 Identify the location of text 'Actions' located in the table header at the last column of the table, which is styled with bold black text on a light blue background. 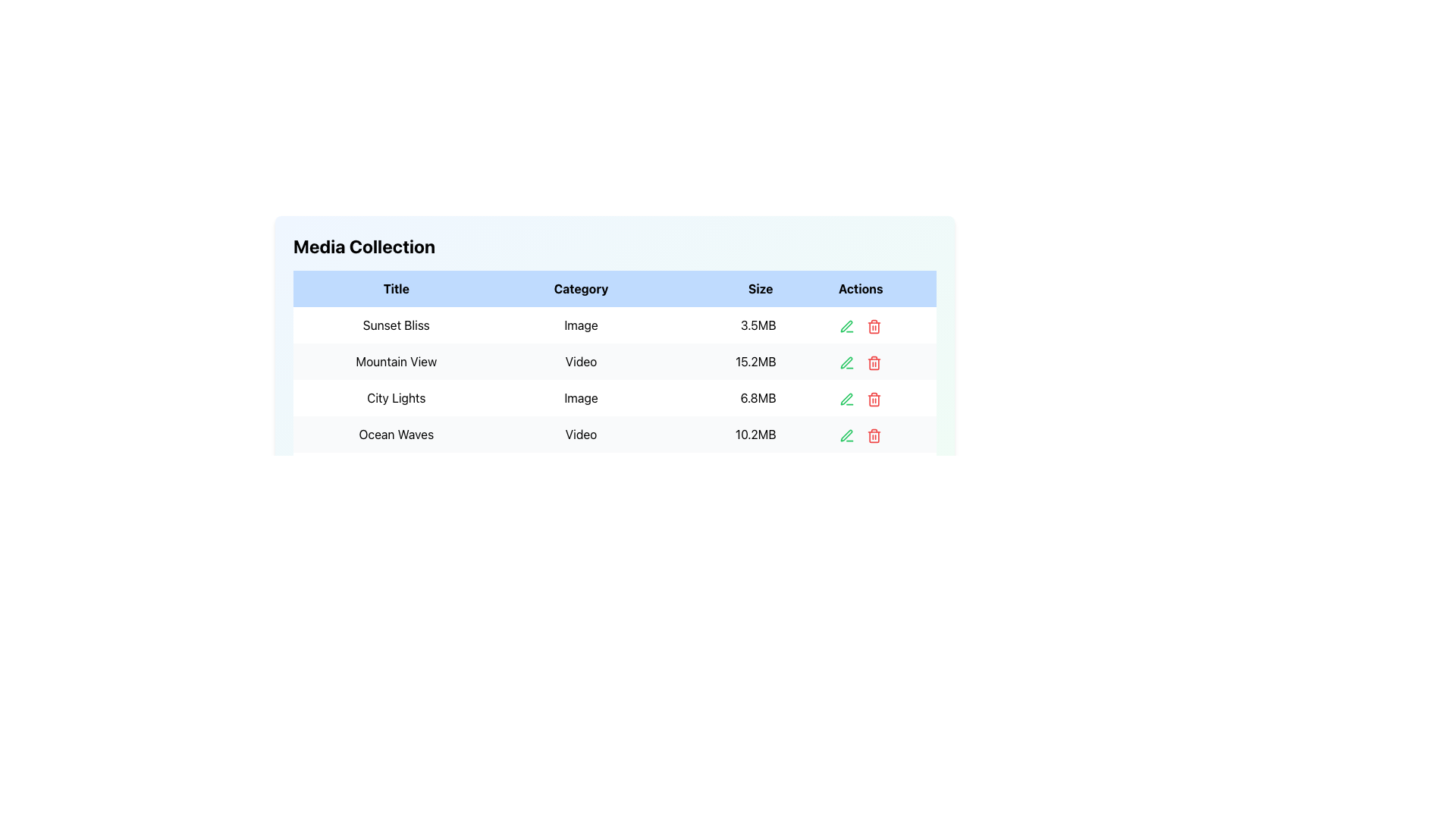
(861, 289).